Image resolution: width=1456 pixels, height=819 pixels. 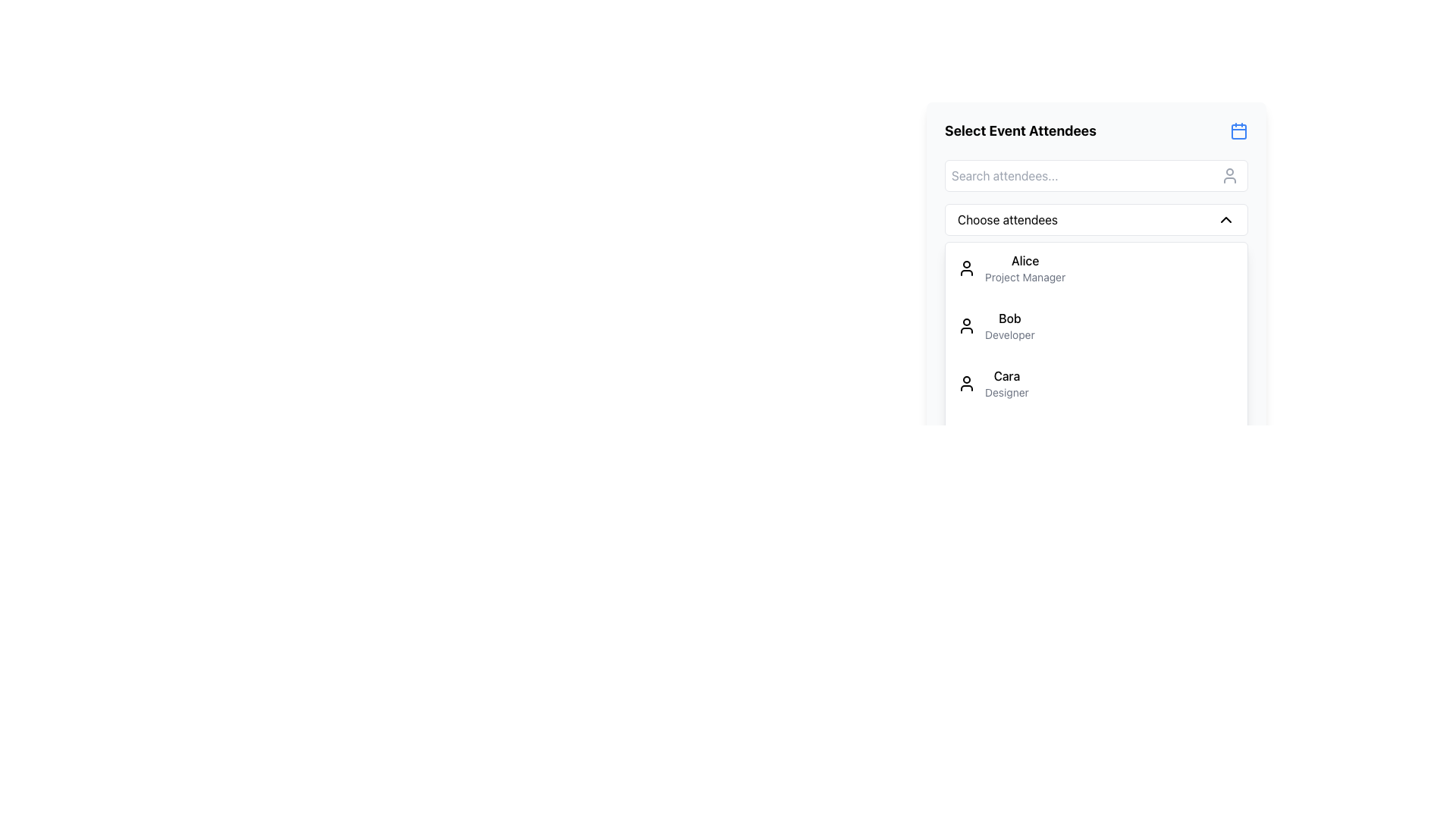 What do you see at coordinates (1096, 268) in the screenshot?
I see `the selectable list item for 'Alice', the Project Manager, located at the top of the attendee list` at bounding box center [1096, 268].